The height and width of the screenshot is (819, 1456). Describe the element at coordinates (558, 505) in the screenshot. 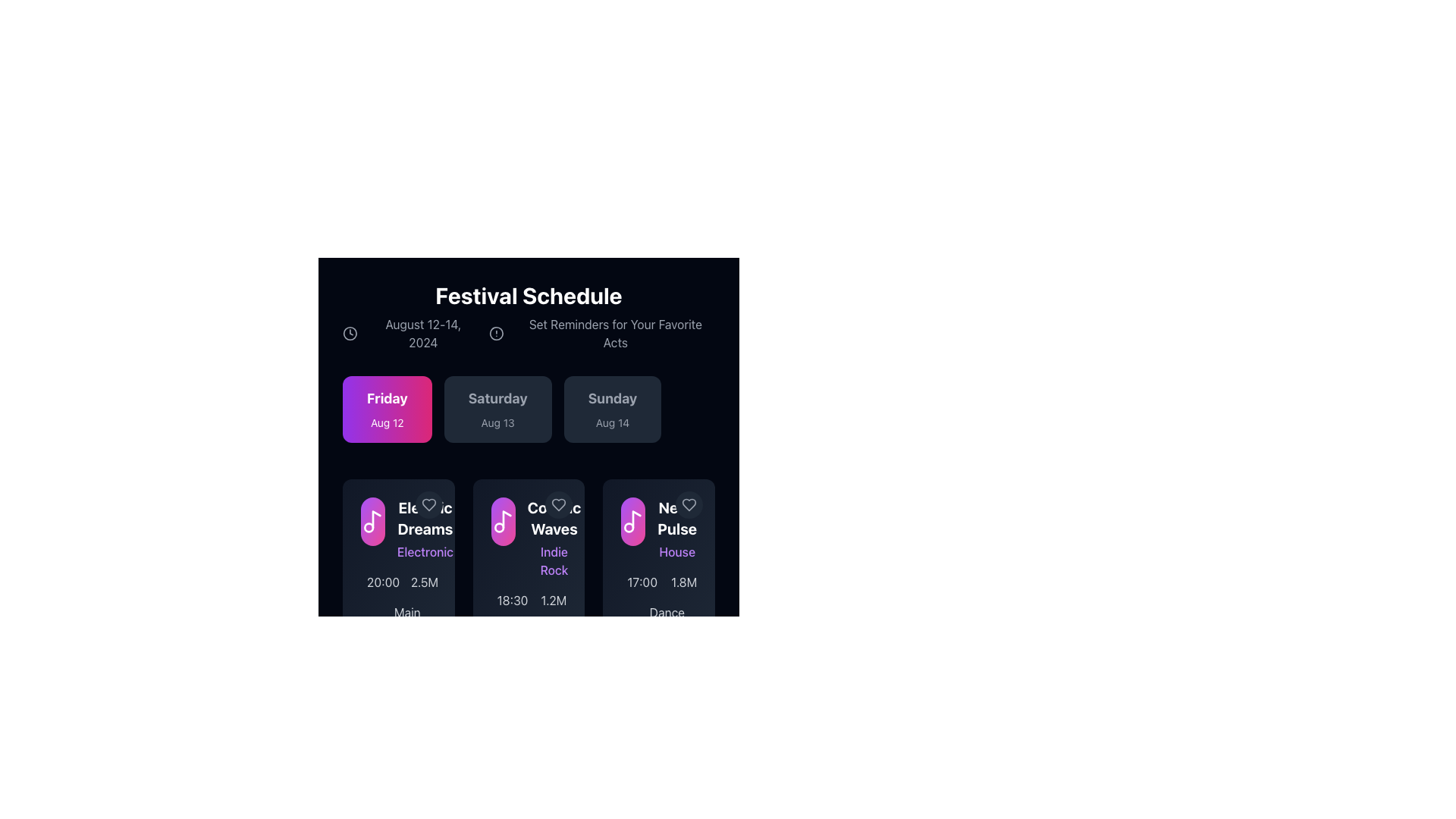

I see `the favorite toggle button for the 'Cosmic Waves' event located at the top-right corner of the event card` at that location.